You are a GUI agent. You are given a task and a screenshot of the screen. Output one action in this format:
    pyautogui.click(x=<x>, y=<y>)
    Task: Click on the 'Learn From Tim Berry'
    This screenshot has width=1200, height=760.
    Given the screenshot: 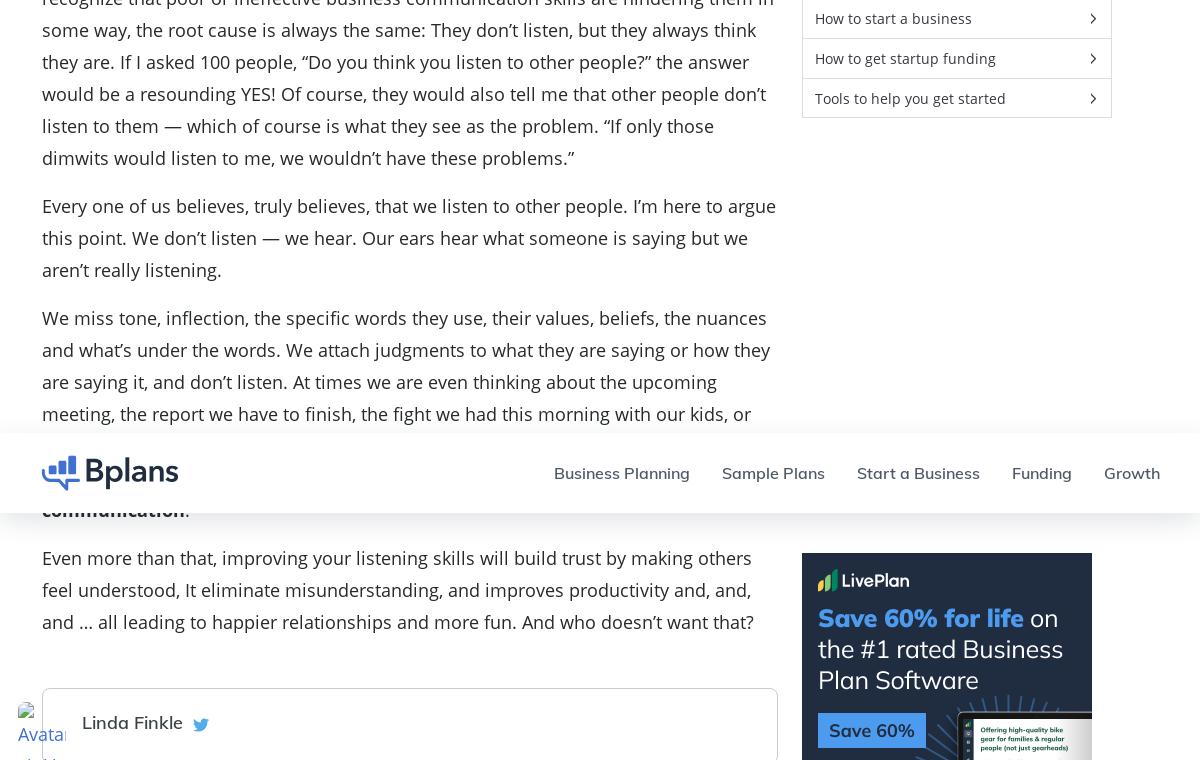 What is the action you would take?
    pyautogui.click(x=874, y=190)
    